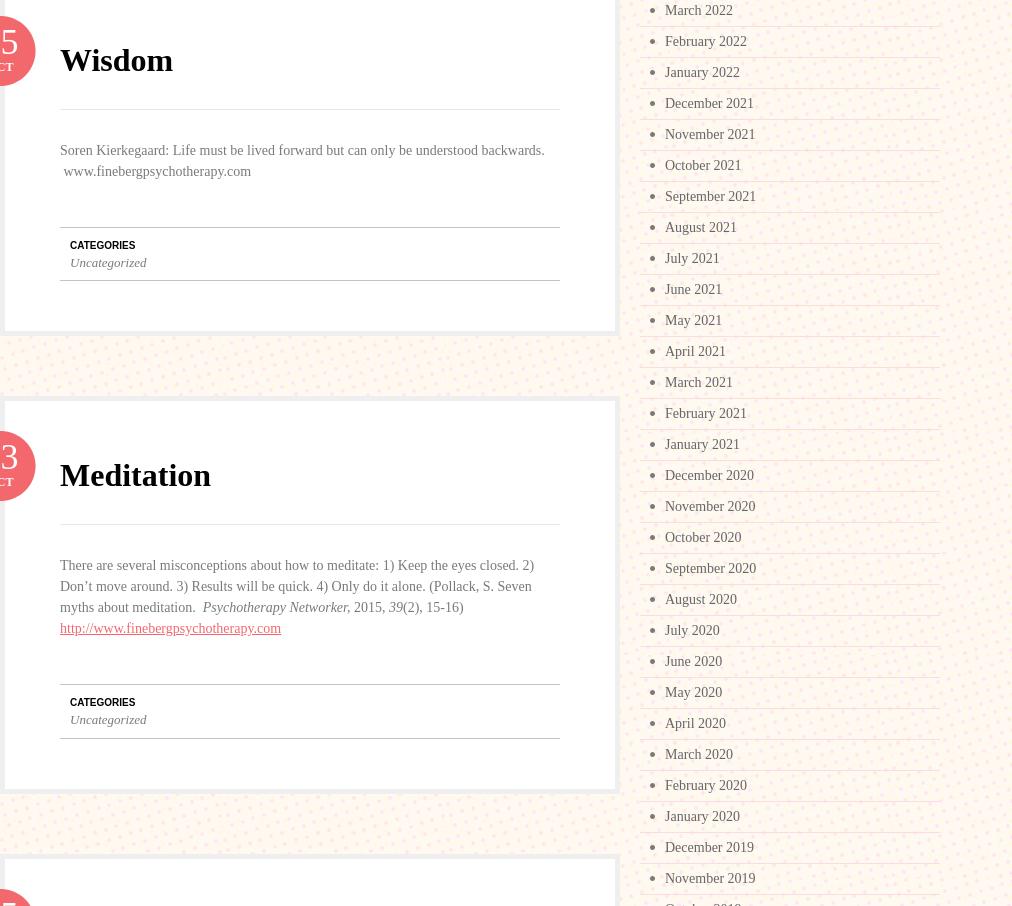 The height and width of the screenshot is (906, 1012). What do you see at coordinates (698, 753) in the screenshot?
I see `'March 2020'` at bounding box center [698, 753].